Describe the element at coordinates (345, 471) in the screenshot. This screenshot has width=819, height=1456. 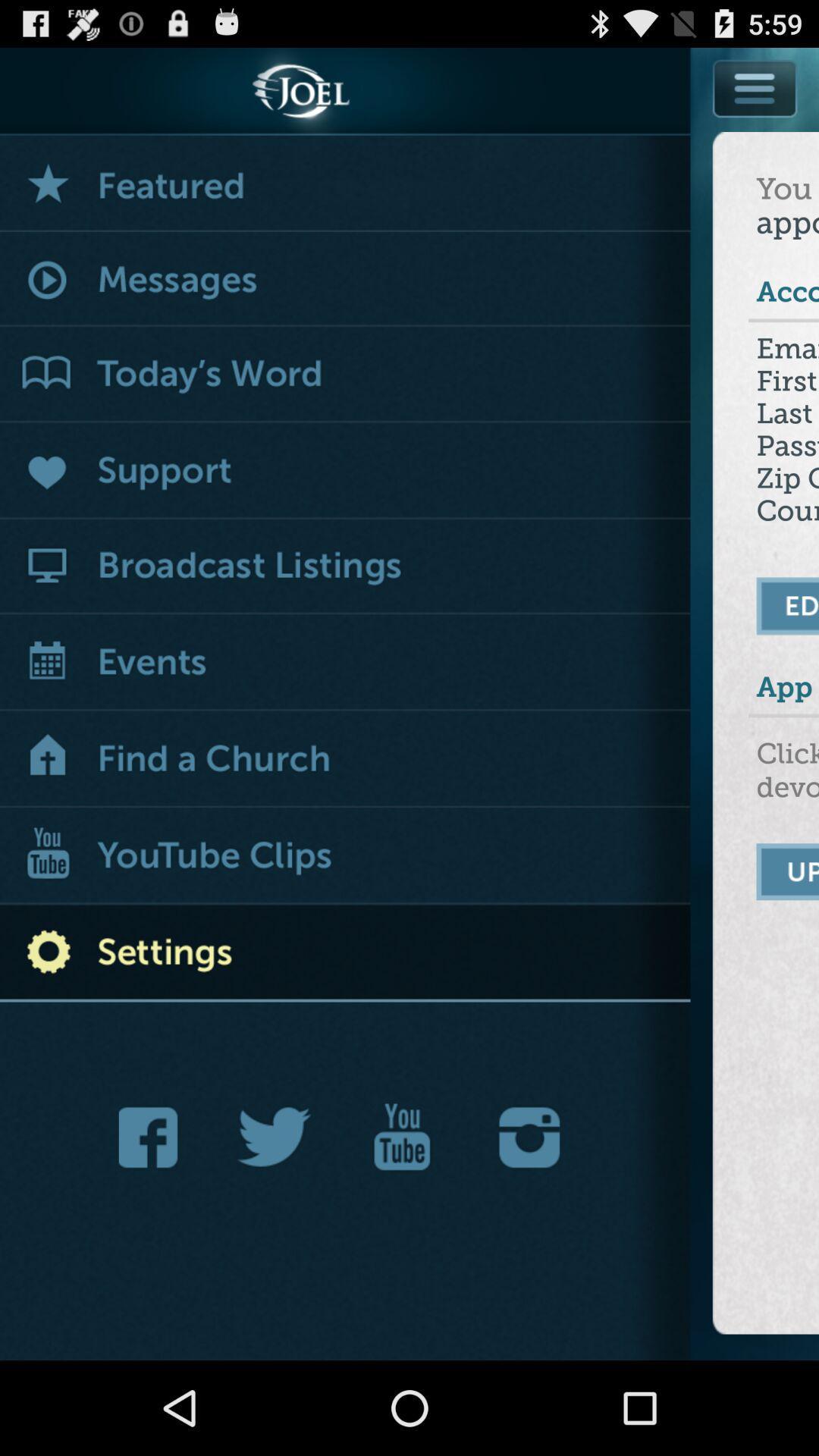
I see `support` at that location.